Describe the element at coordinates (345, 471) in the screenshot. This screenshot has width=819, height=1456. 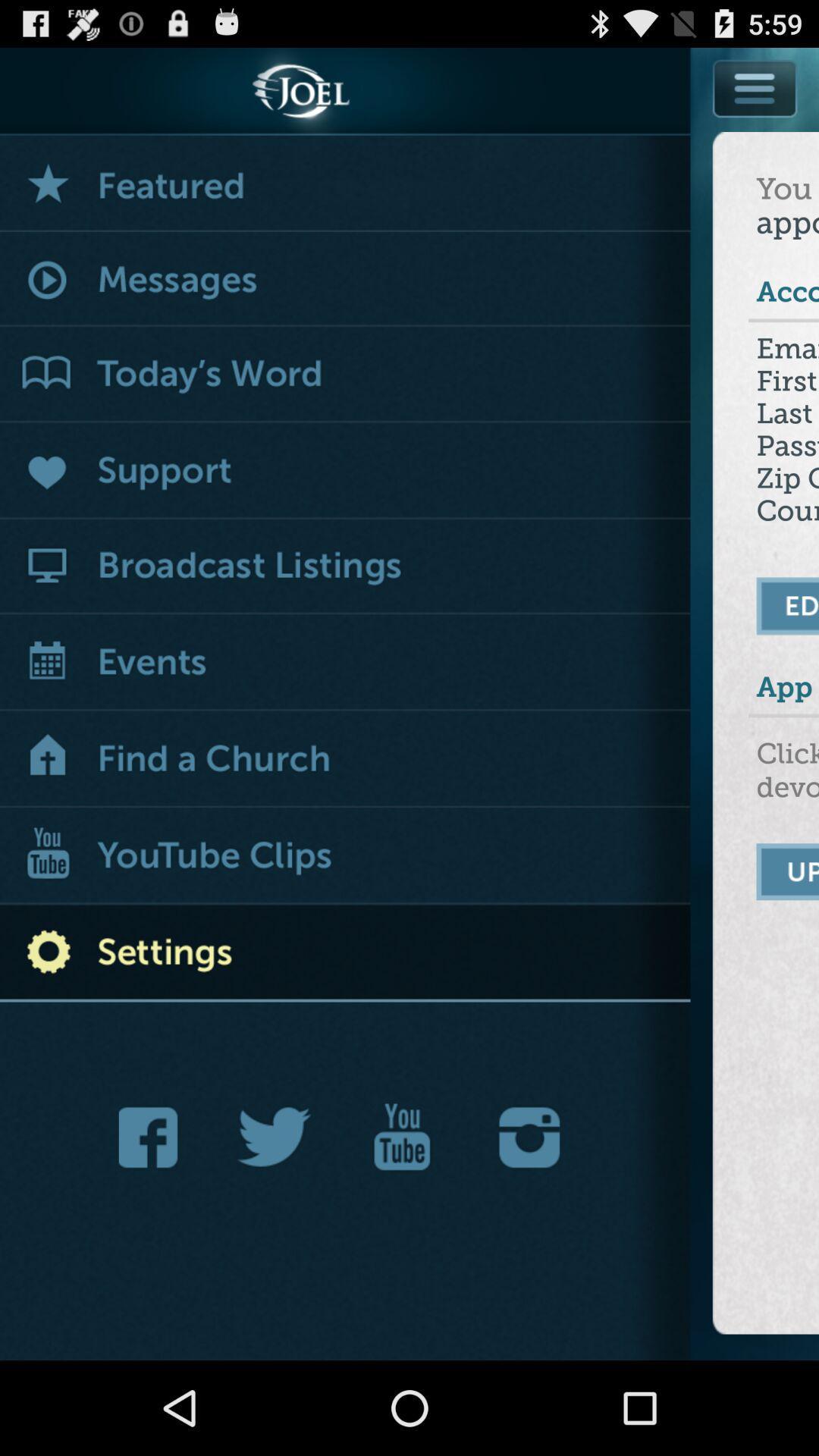
I see `support` at that location.